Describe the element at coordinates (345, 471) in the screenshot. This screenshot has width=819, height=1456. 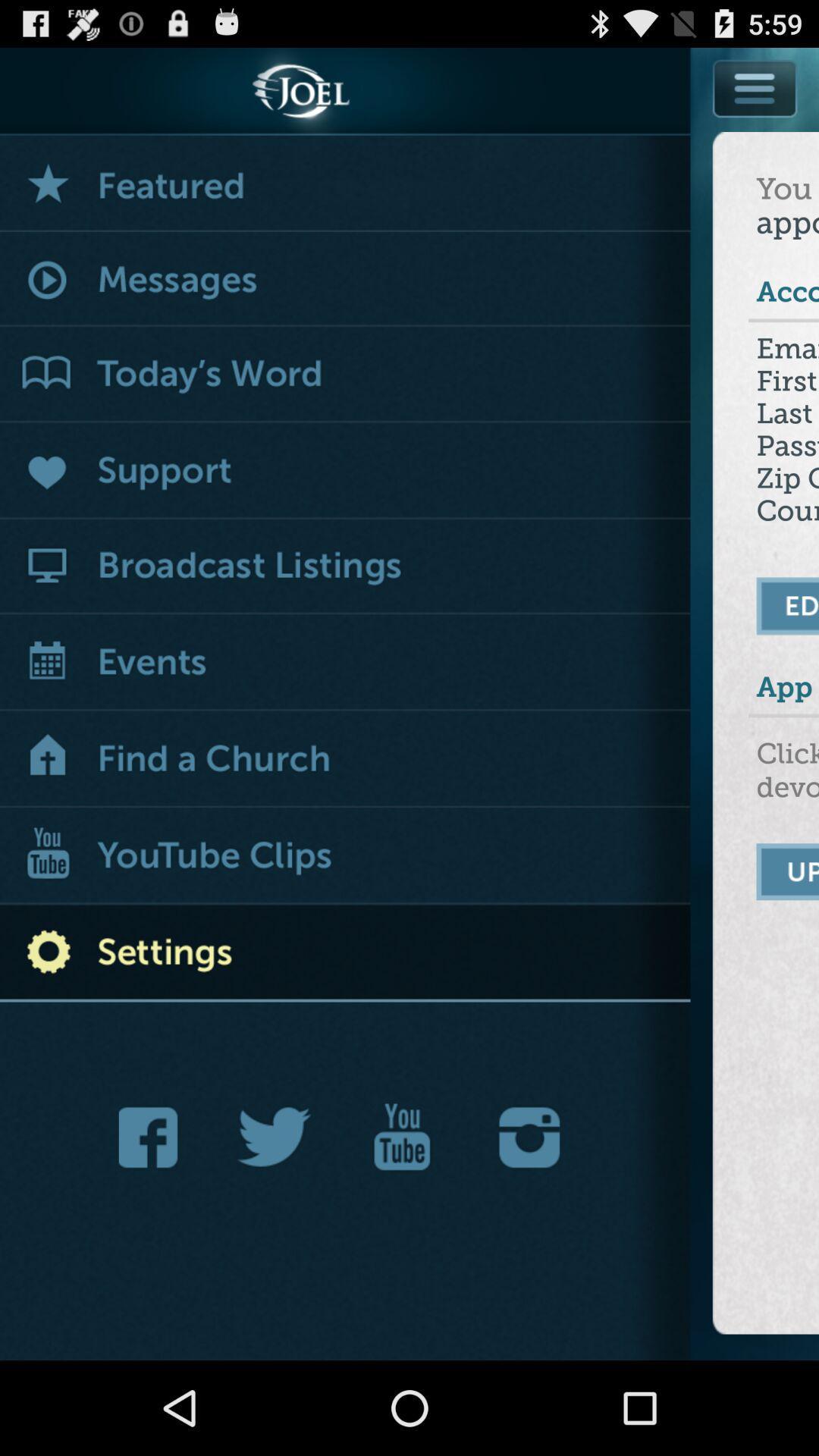
I see `support` at that location.